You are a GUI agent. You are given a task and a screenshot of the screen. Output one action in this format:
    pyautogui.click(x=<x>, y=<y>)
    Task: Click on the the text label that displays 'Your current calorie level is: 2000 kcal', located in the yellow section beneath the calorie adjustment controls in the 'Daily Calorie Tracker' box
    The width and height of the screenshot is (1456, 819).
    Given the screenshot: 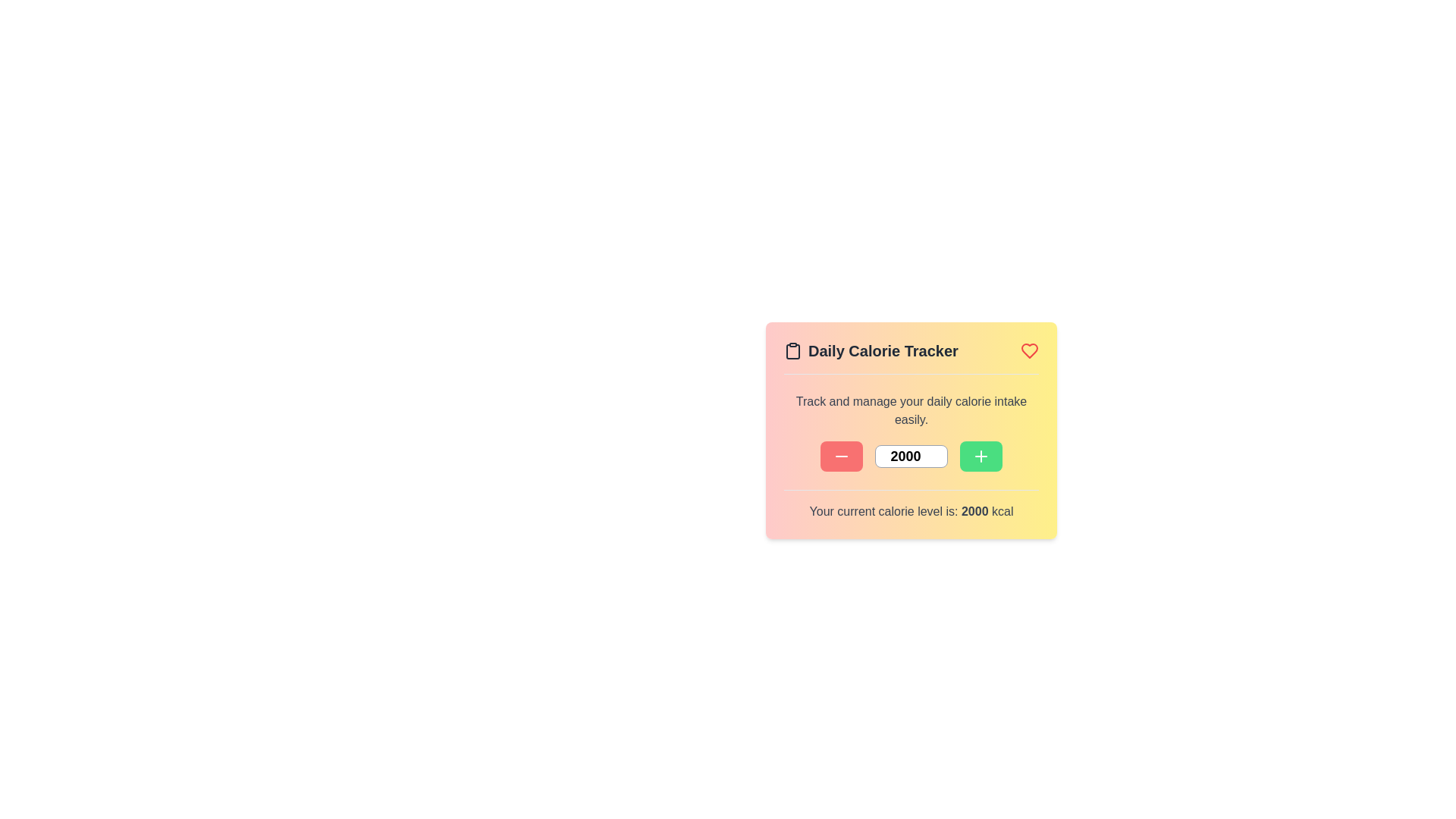 What is the action you would take?
    pyautogui.click(x=910, y=512)
    